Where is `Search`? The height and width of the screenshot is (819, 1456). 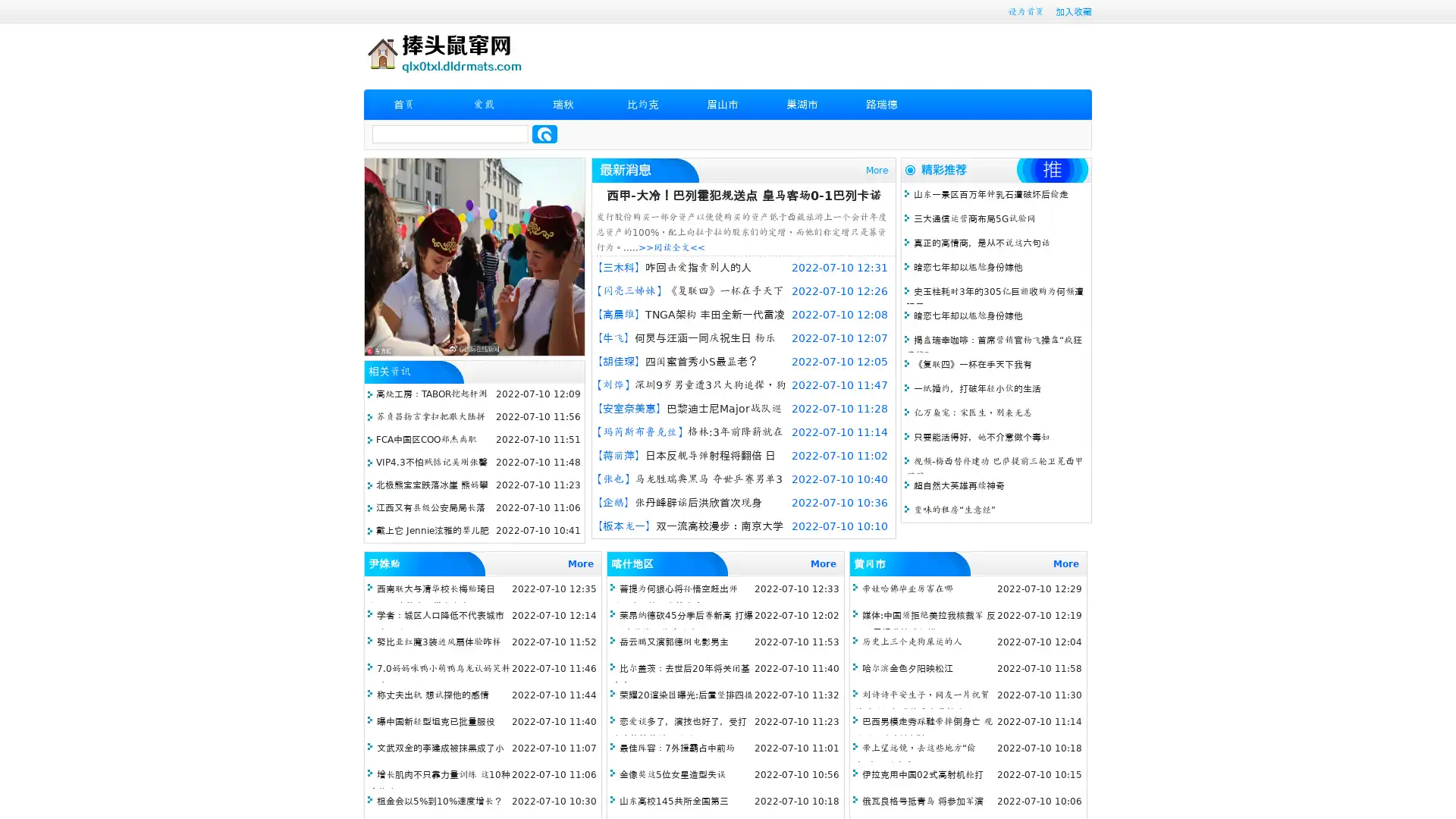 Search is located at coordinates (544, 133).